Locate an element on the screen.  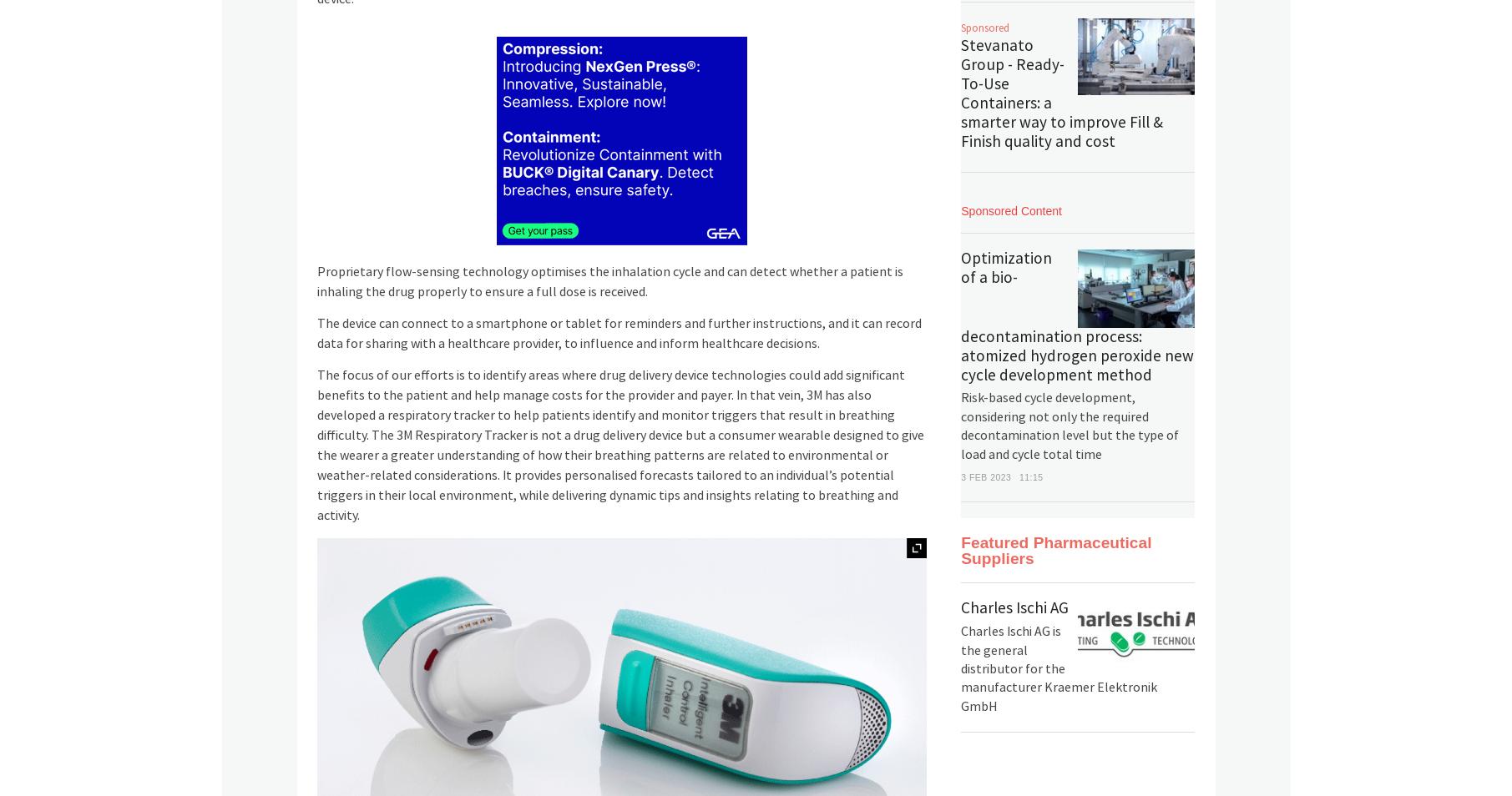
'The device can connect to a smartphone or tablet for reminders and further instructions, and it can record data for sharing with a healthcare provider, to influence and inform healthcare decisions.' is located at coordinates (618, 332).